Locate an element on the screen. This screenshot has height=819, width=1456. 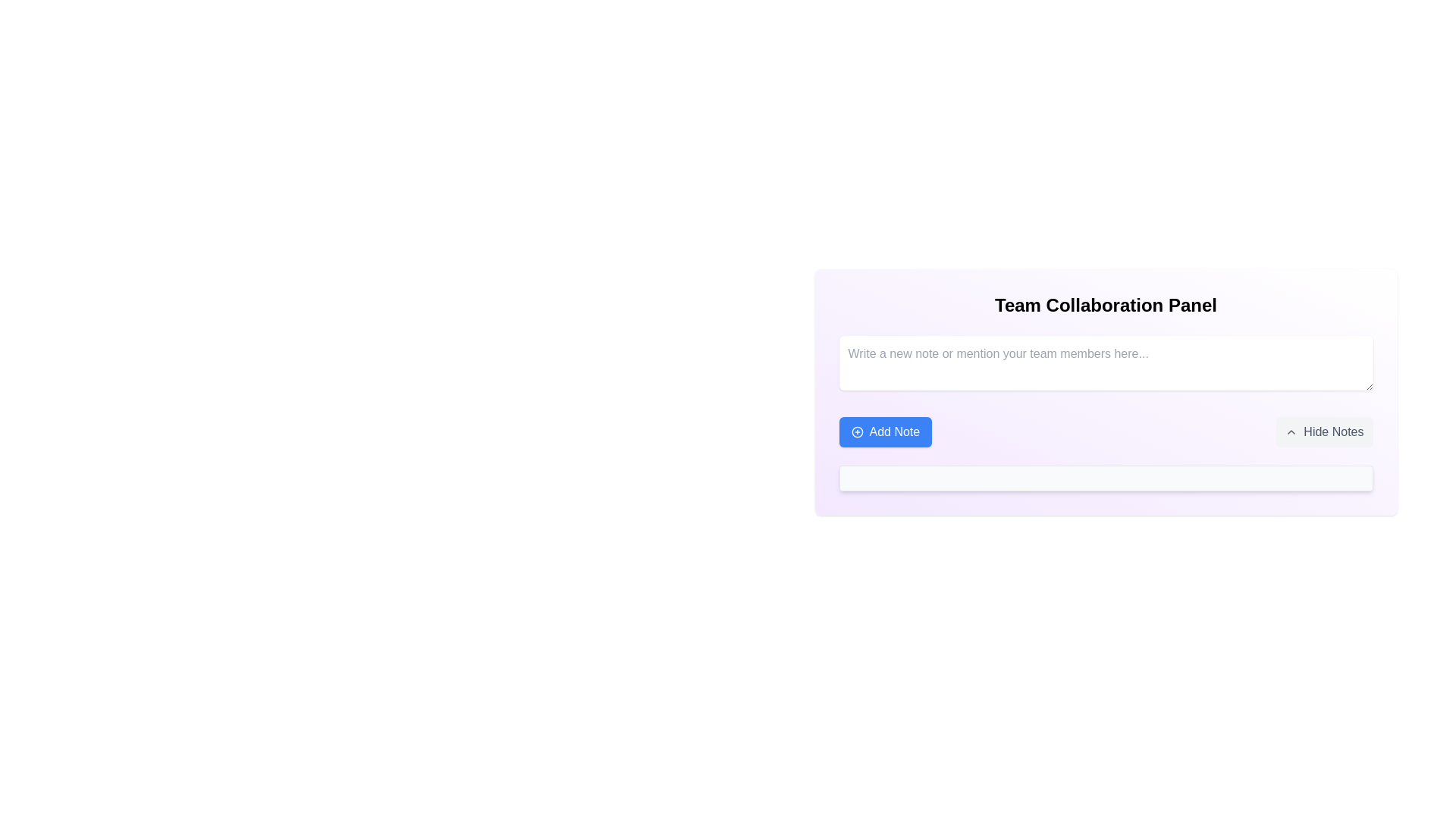
the 'Add Note' button icon, which is located to the left of the text inside the button, visually denoting the action of adding a new note is located at coordinates (857, 432).